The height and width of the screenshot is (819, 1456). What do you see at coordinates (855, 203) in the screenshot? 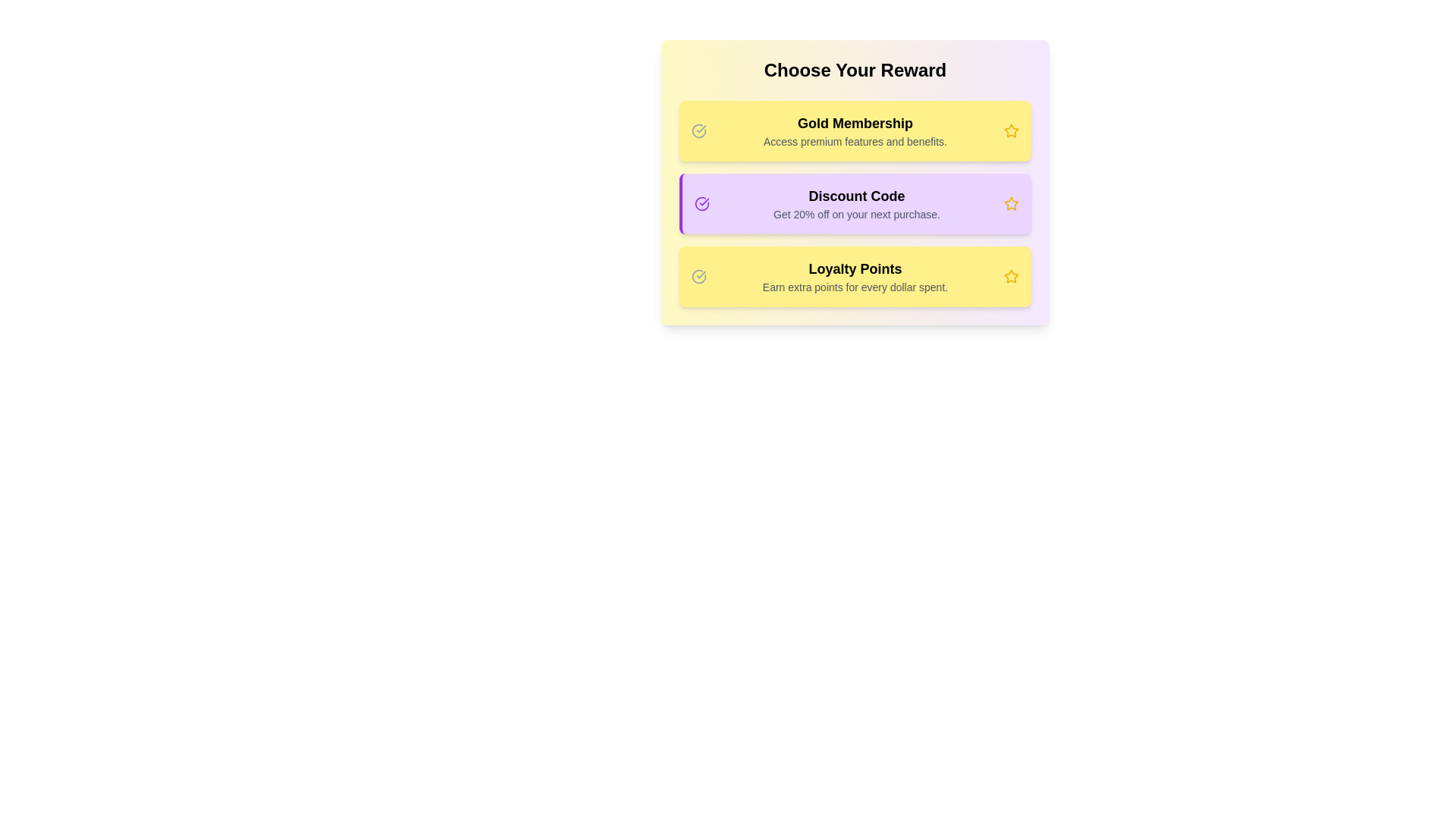
I see `the reward description text of Discount Code` at bounding box center [855, 203].